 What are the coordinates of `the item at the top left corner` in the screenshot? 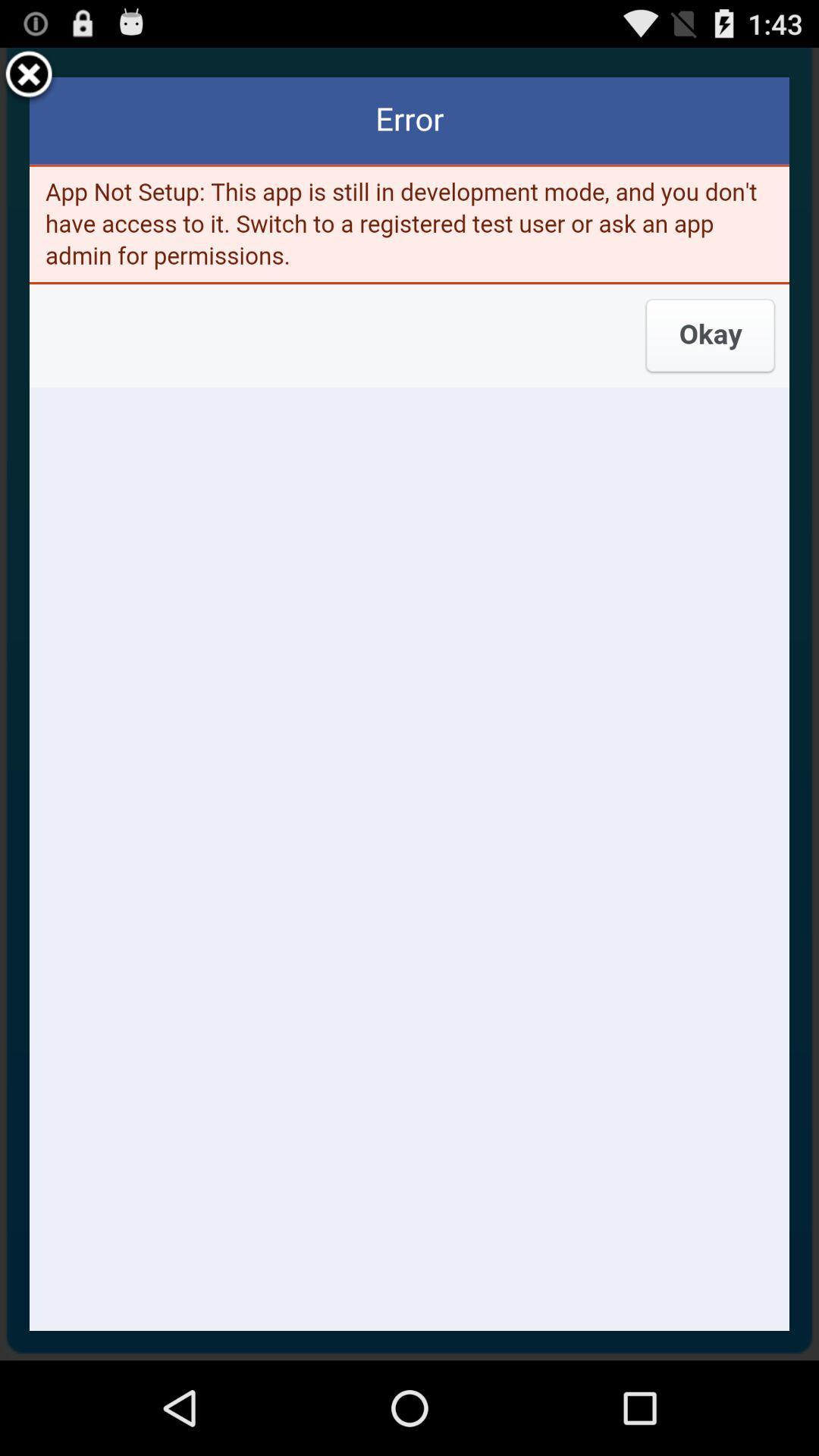 It's located at (29, 76).